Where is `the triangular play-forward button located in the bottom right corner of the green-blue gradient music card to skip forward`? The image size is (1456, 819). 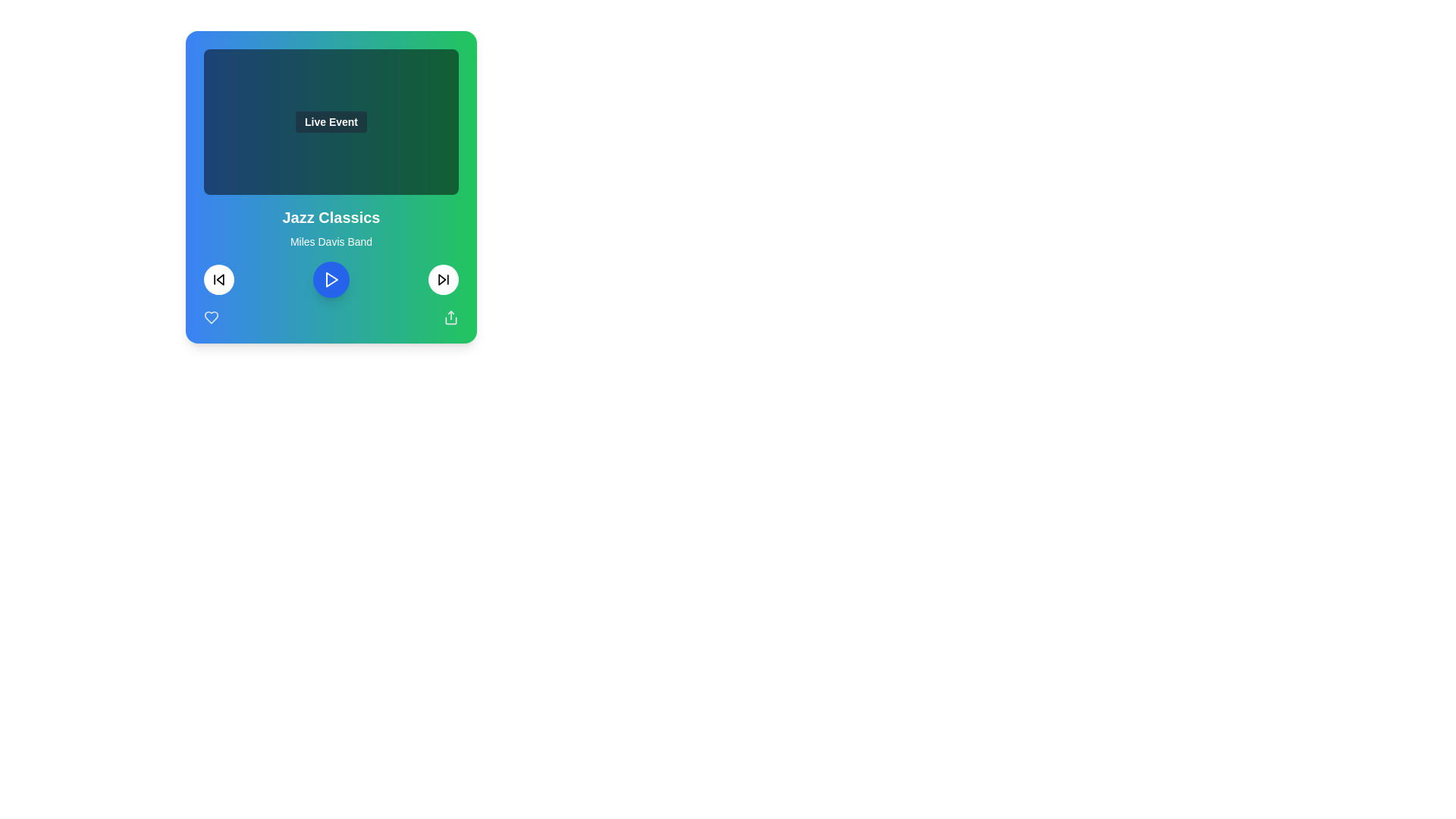 the triangular play-forward button located in the bottom right corner of the green-blue gradient music card to skip forward is located at coordinates (441, 280).